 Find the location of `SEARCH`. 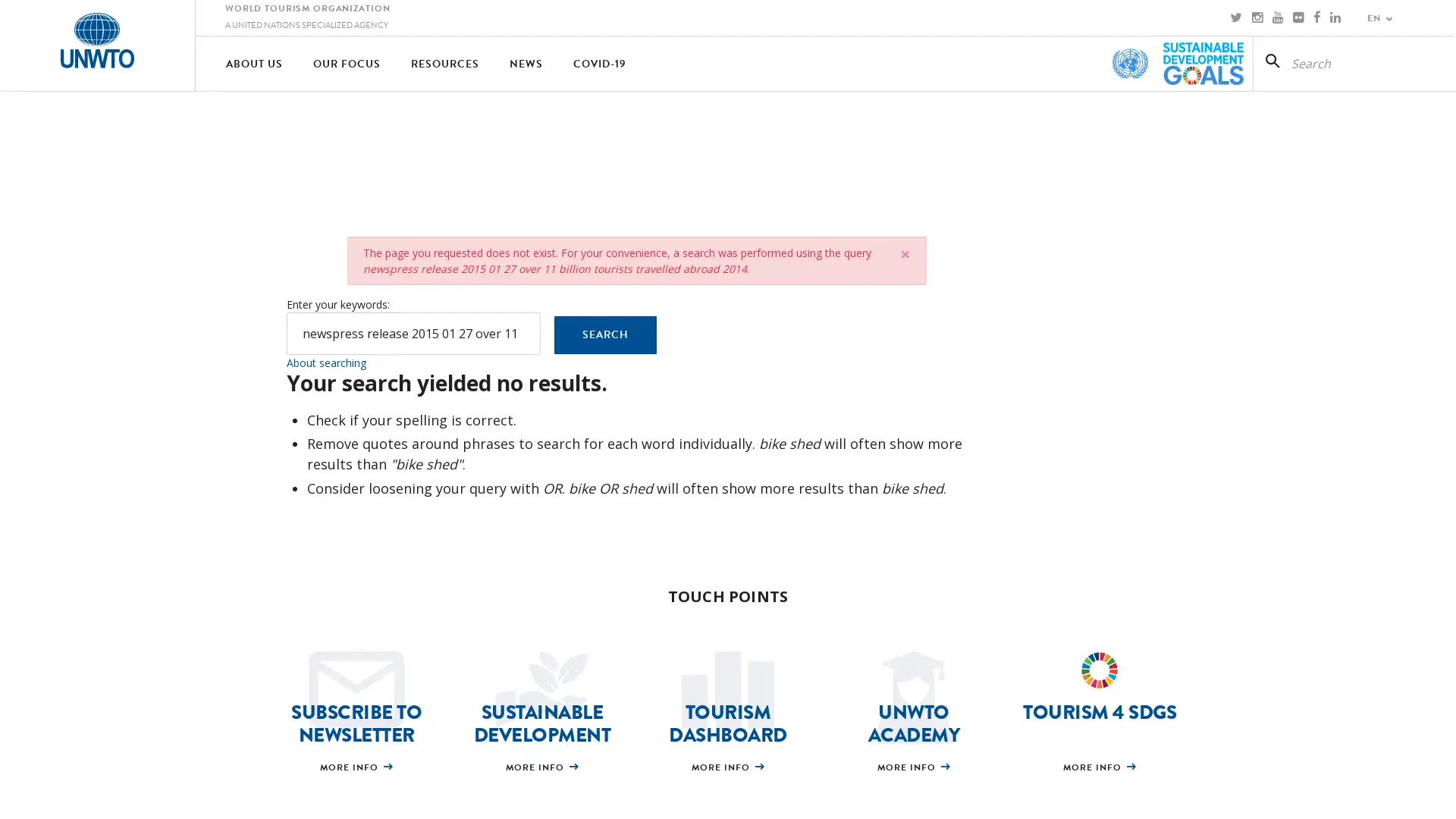

SEARCH is located at coordinates (604, 334).